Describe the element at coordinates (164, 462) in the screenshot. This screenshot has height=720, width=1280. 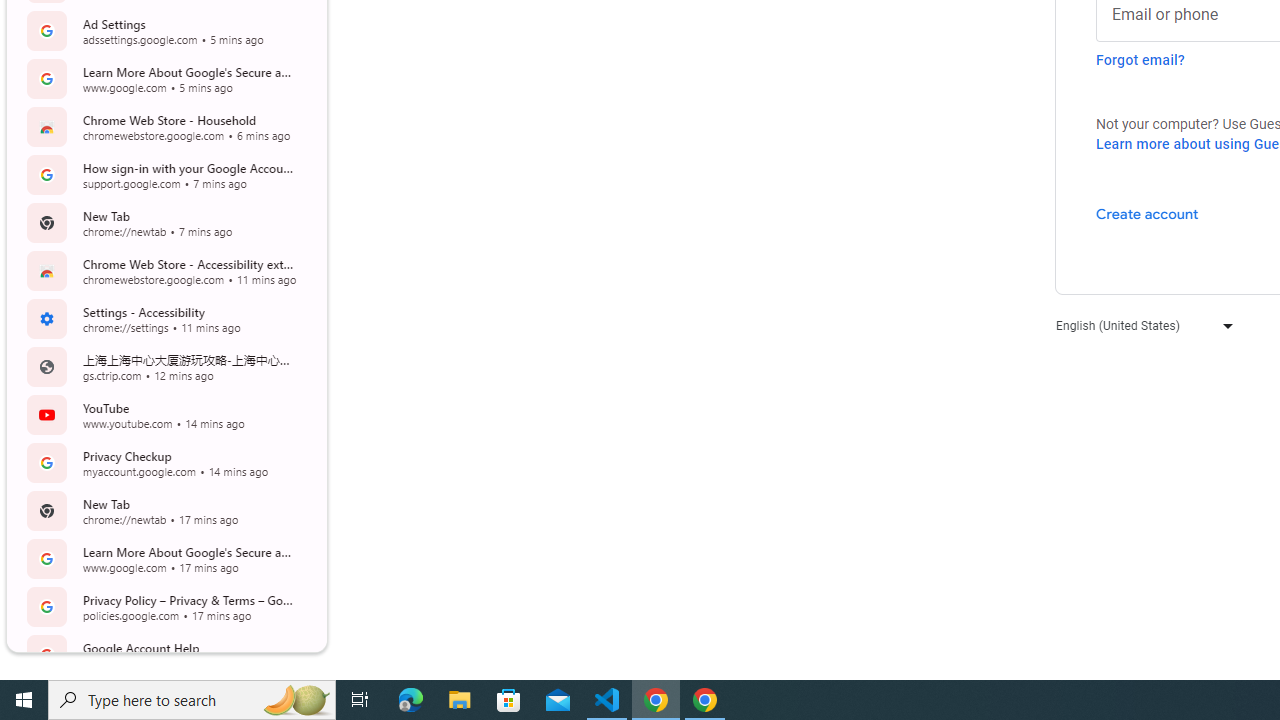
I see `'Privacy Checkup myaccount.google.com 14 mins ago Open Tab'` at that location.